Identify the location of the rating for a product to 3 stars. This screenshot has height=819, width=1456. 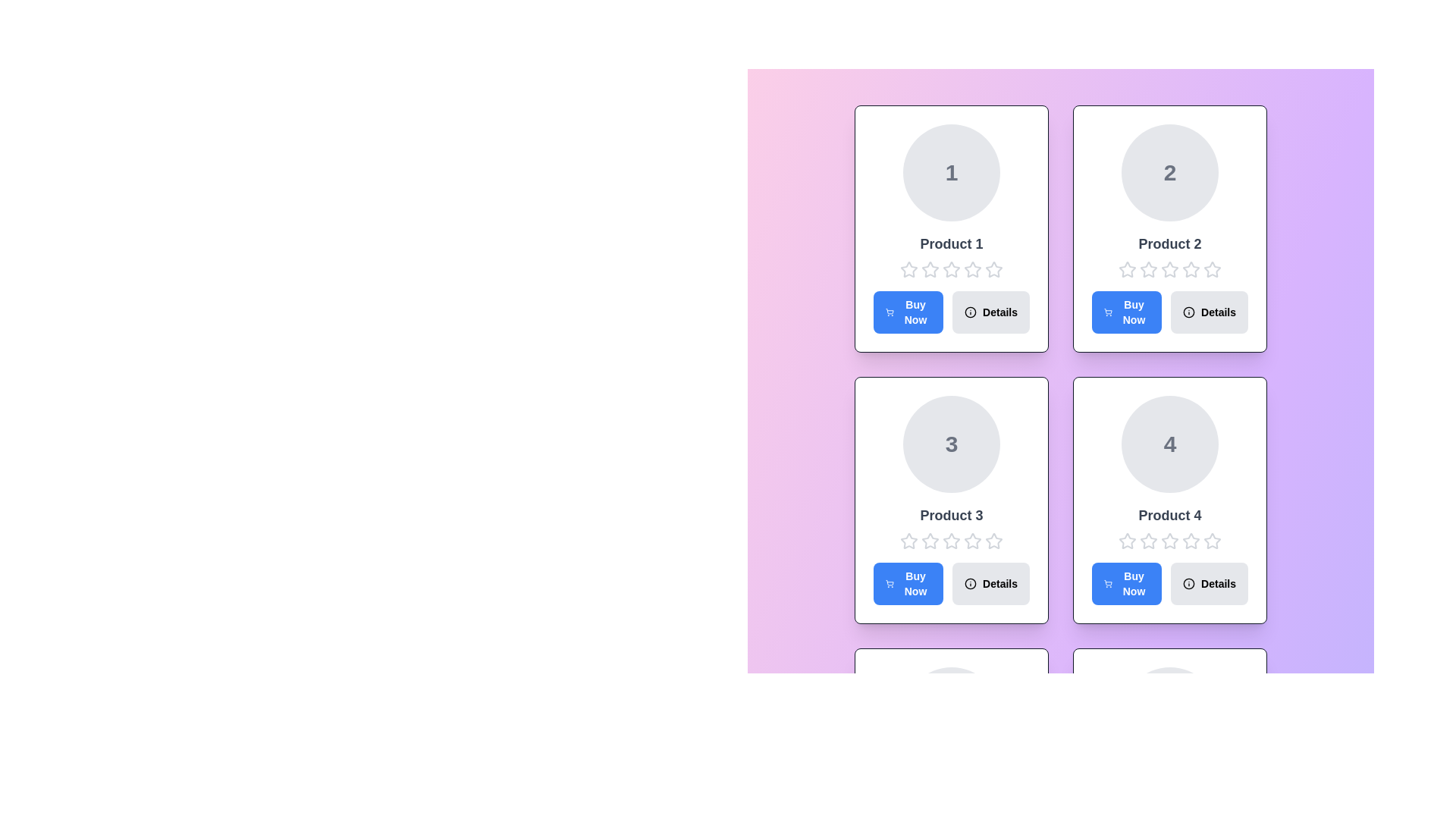
(950, 268).